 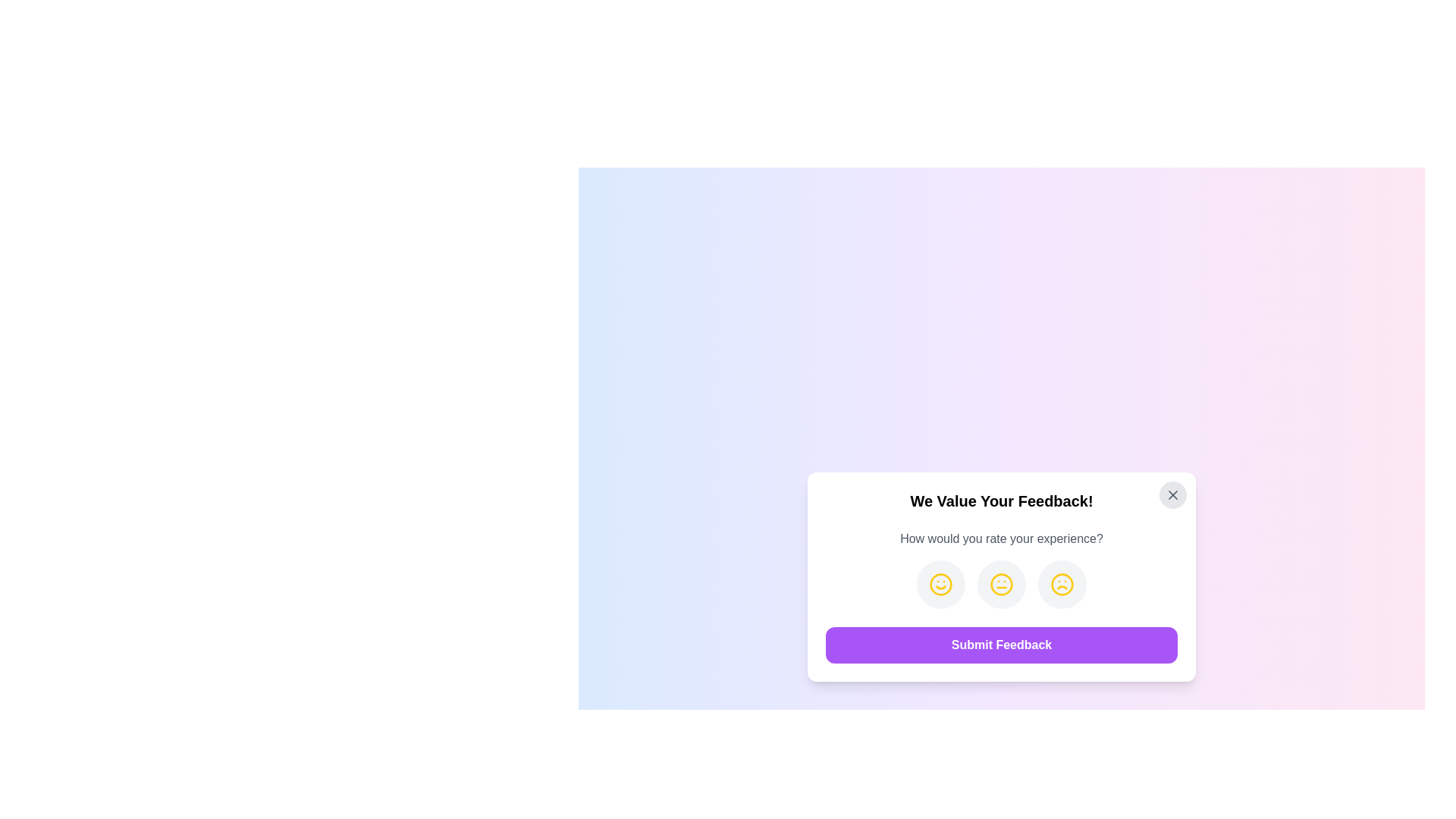 I want to click on the neutral face emoticon in the interactive rating circle dialog box, so click(x=1001, y=576).